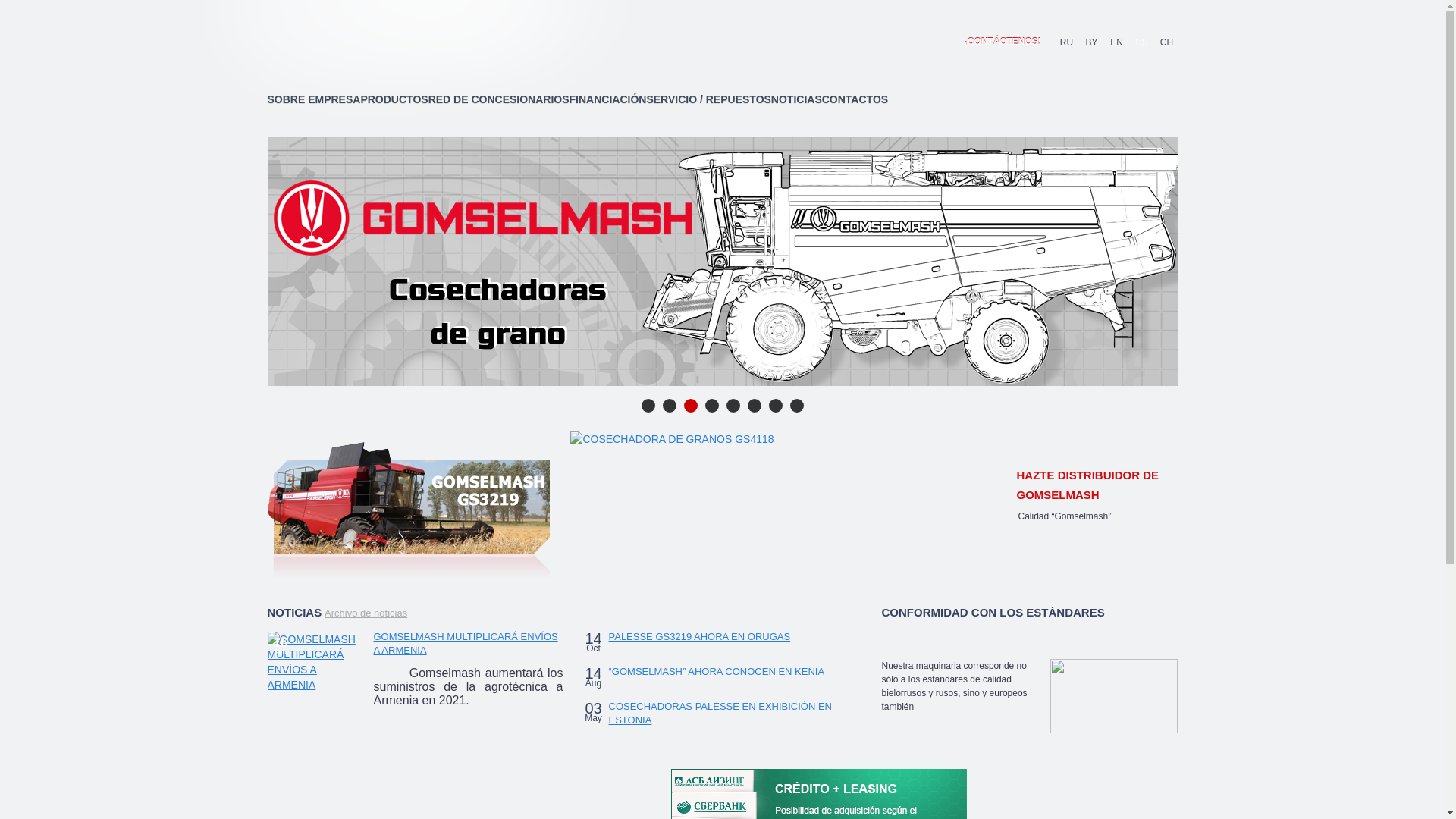  What do you see at coordinates (366, 612) in the screenshot?
I see `'Archivo de noticias'` at bounding box center [366, 612].